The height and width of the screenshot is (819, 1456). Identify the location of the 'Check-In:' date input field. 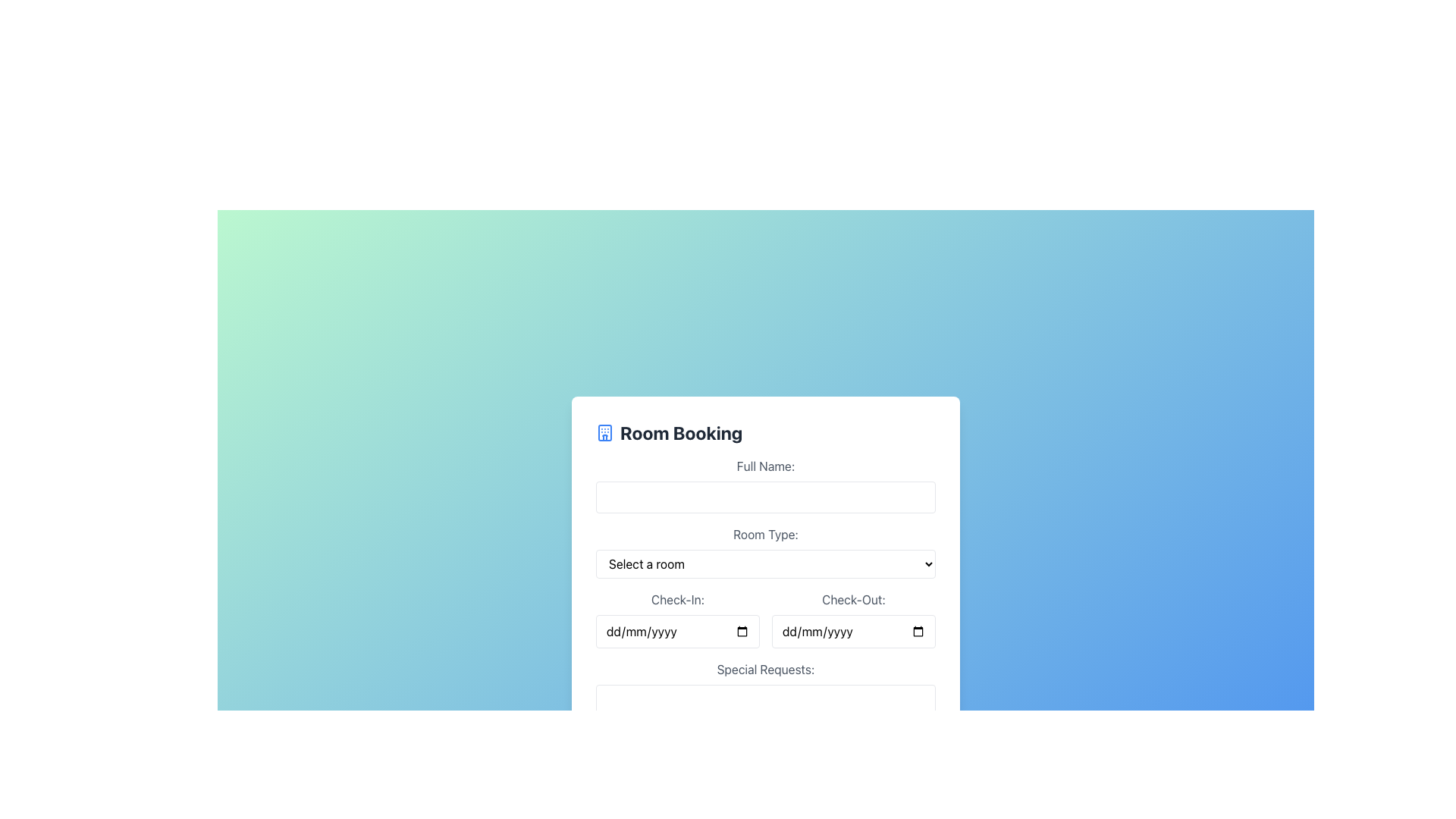
(765, 620).